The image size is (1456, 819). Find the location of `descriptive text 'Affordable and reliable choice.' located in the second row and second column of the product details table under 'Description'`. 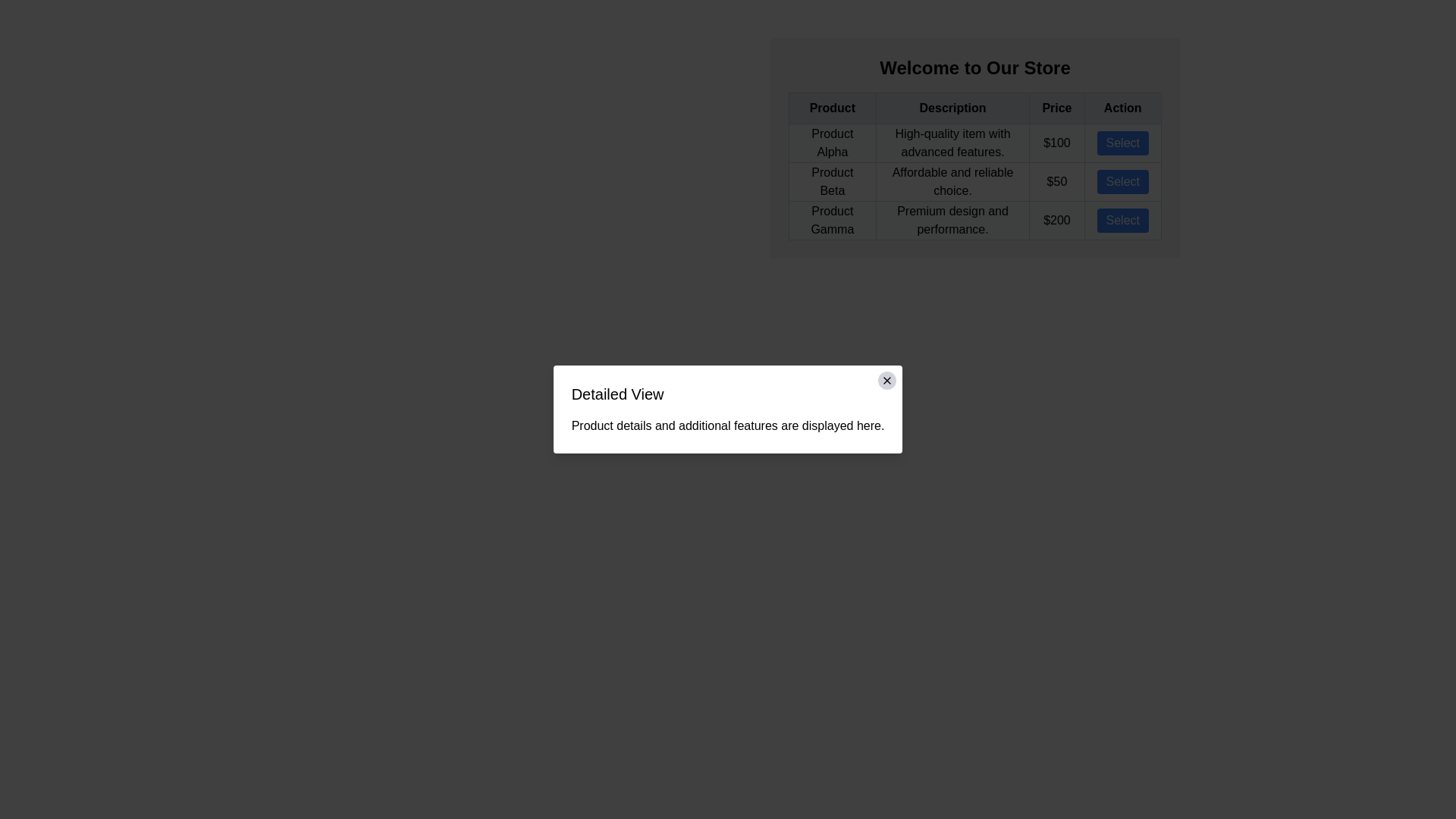

descriptive text 'Affordable and reliable choice.' located in the second row and second column of the product details table under 'Description' is located at coordinates (975, 180).